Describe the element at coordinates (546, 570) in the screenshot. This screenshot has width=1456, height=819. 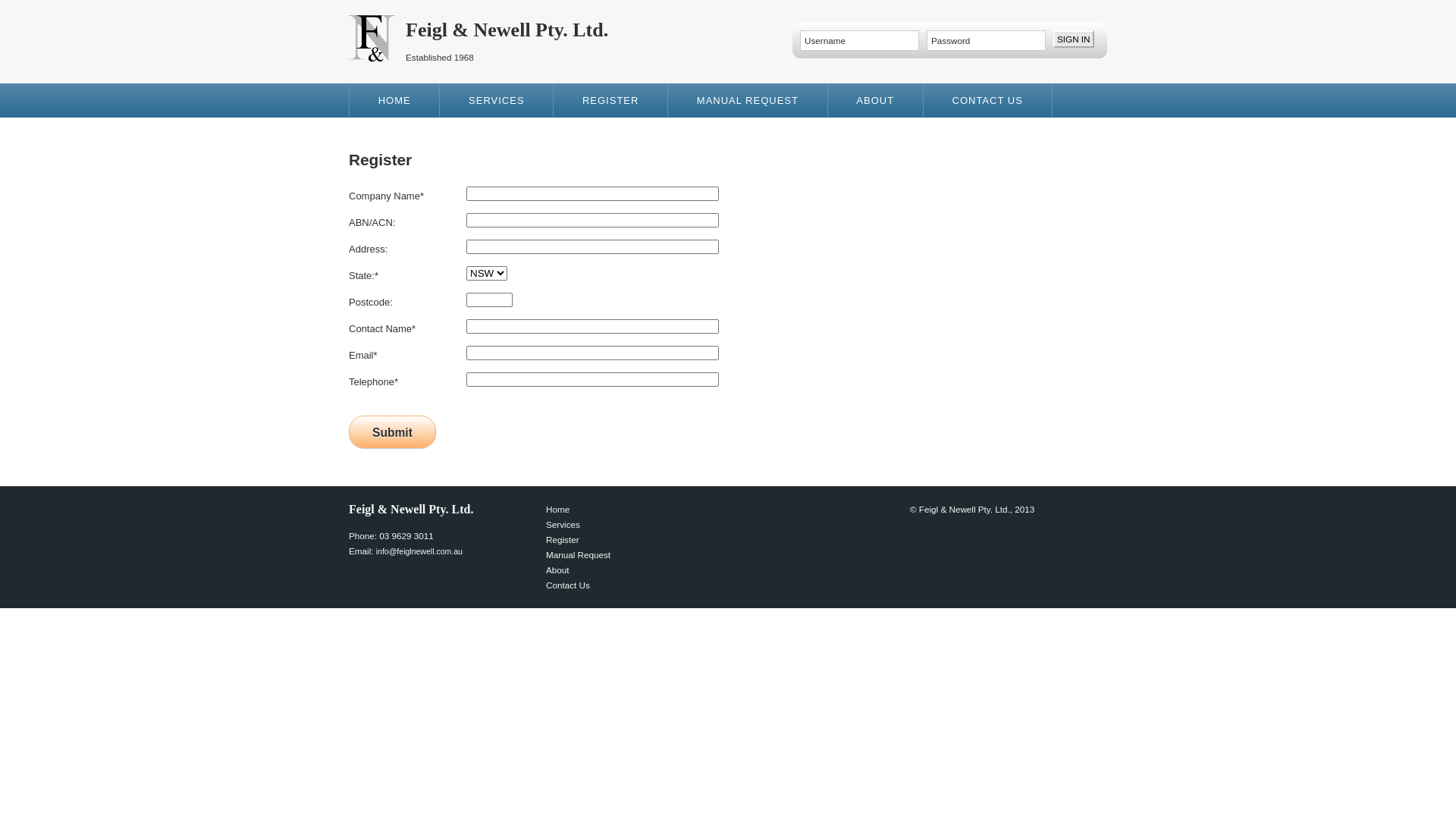
I see `'About'` at that location.